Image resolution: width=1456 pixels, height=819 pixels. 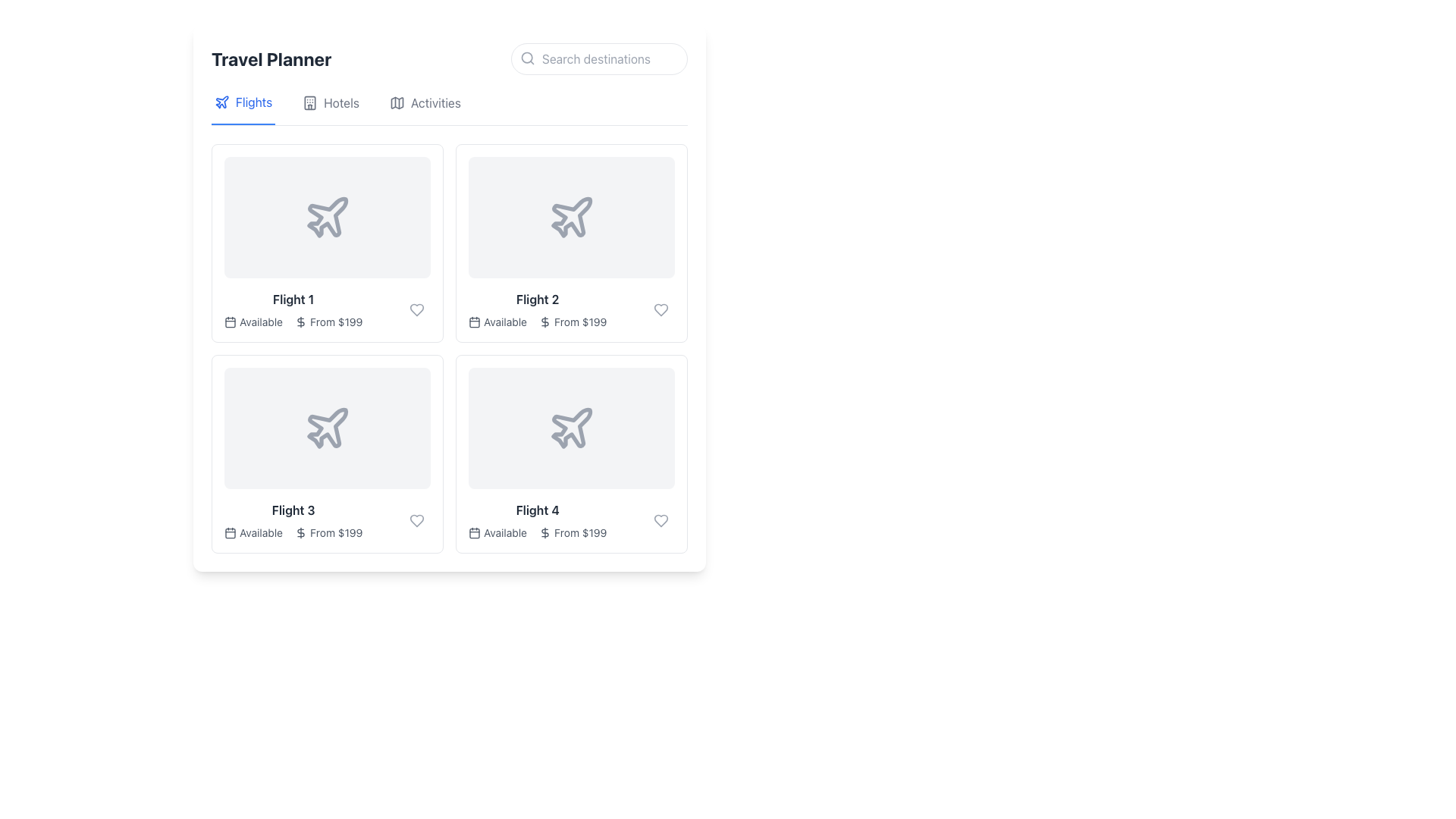 What do you see at coordinates (417, 519) in the screenshot?
I see `the heart-shaped outline icon located at the bottom-right corner of the 'Flight 3' card in the 'Travel Planner' interface` at bounding box center [417, 519].